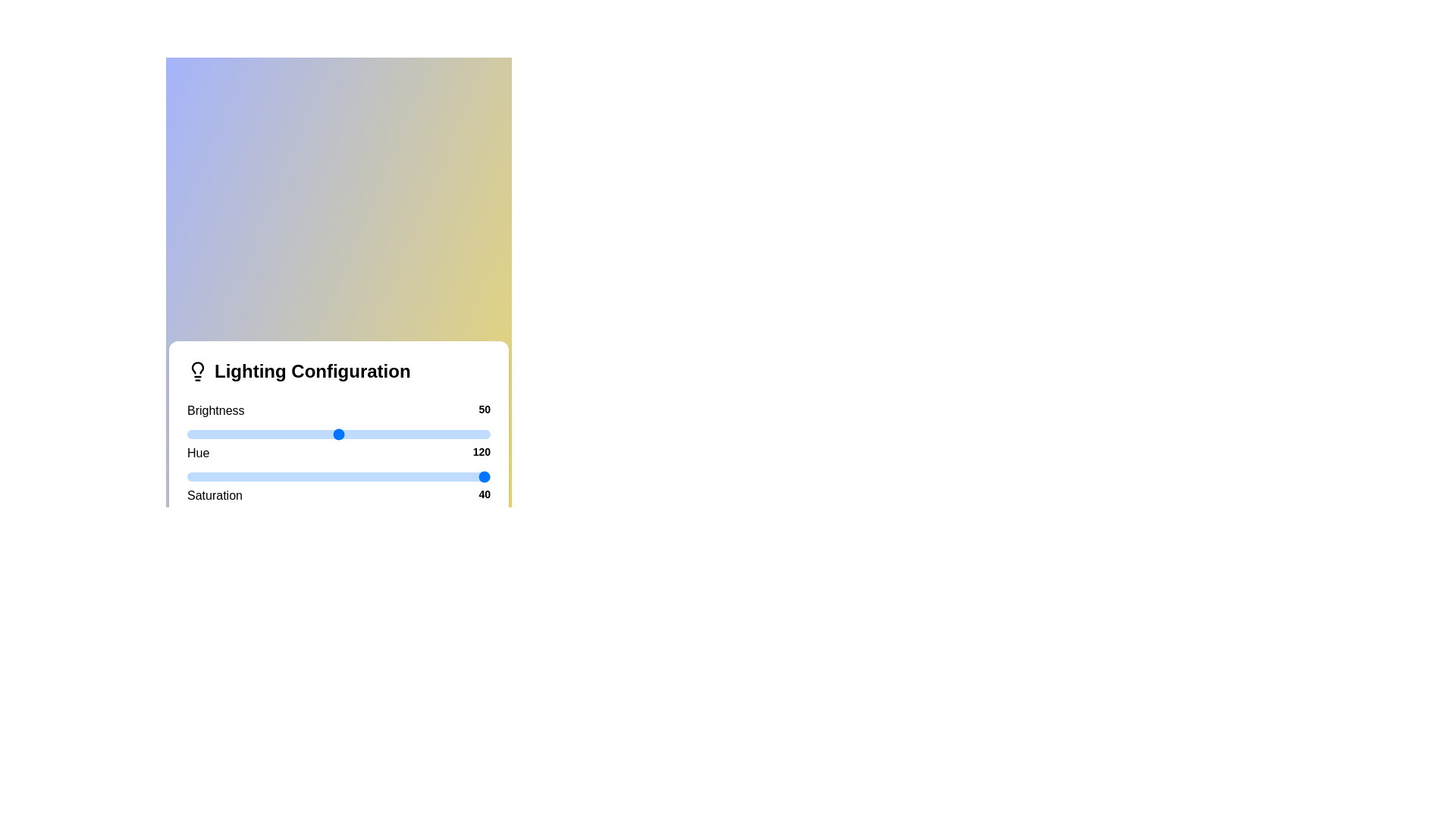  What do you see at coordinates (359, 475) in the screenshot?
I see `the hue slider to 57` at bounding box center [359, 475].